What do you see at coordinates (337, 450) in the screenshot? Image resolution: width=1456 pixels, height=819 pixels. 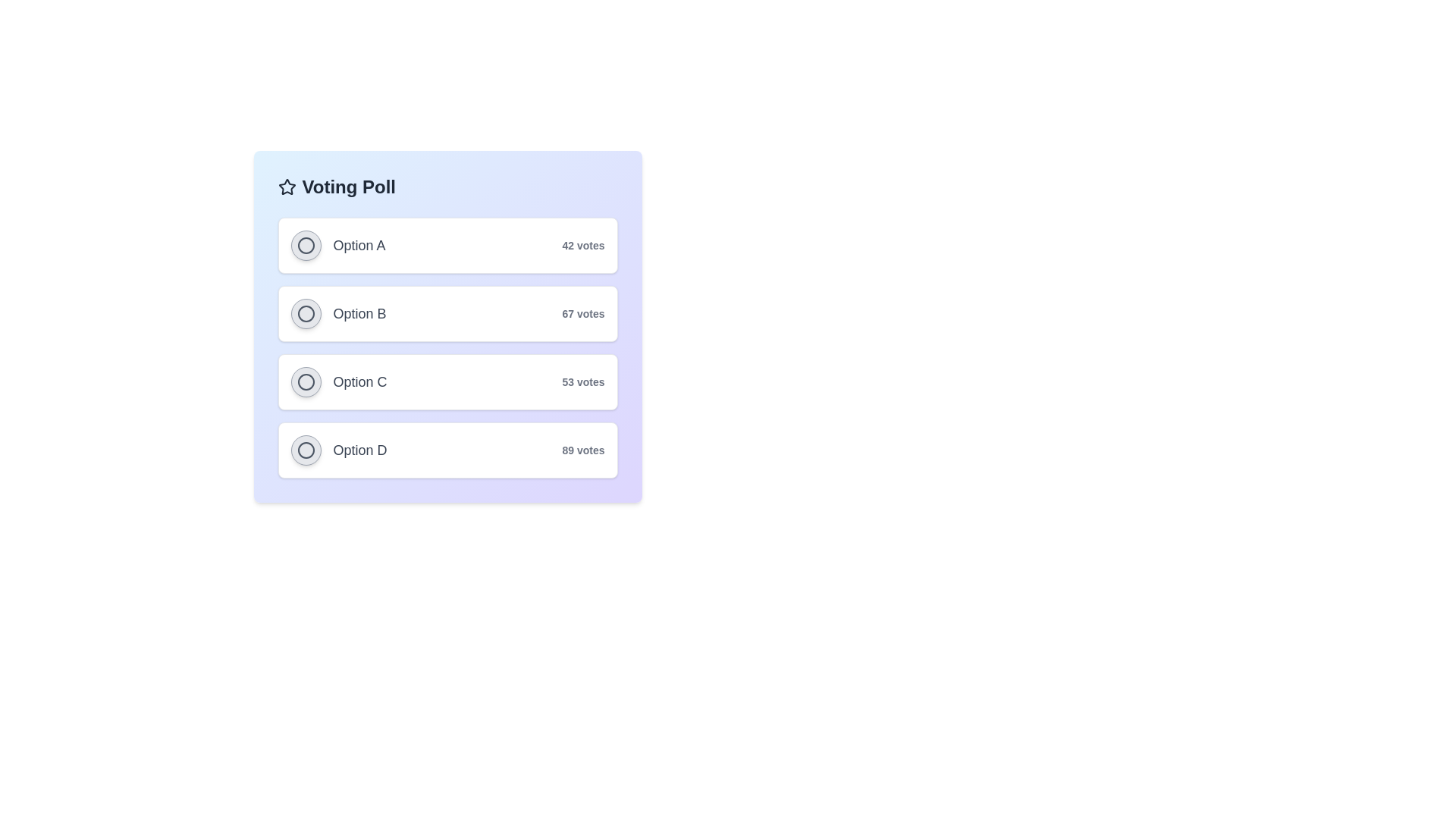 I see `the radio button labeled 'Option D'` at bounding box center [337, 450].